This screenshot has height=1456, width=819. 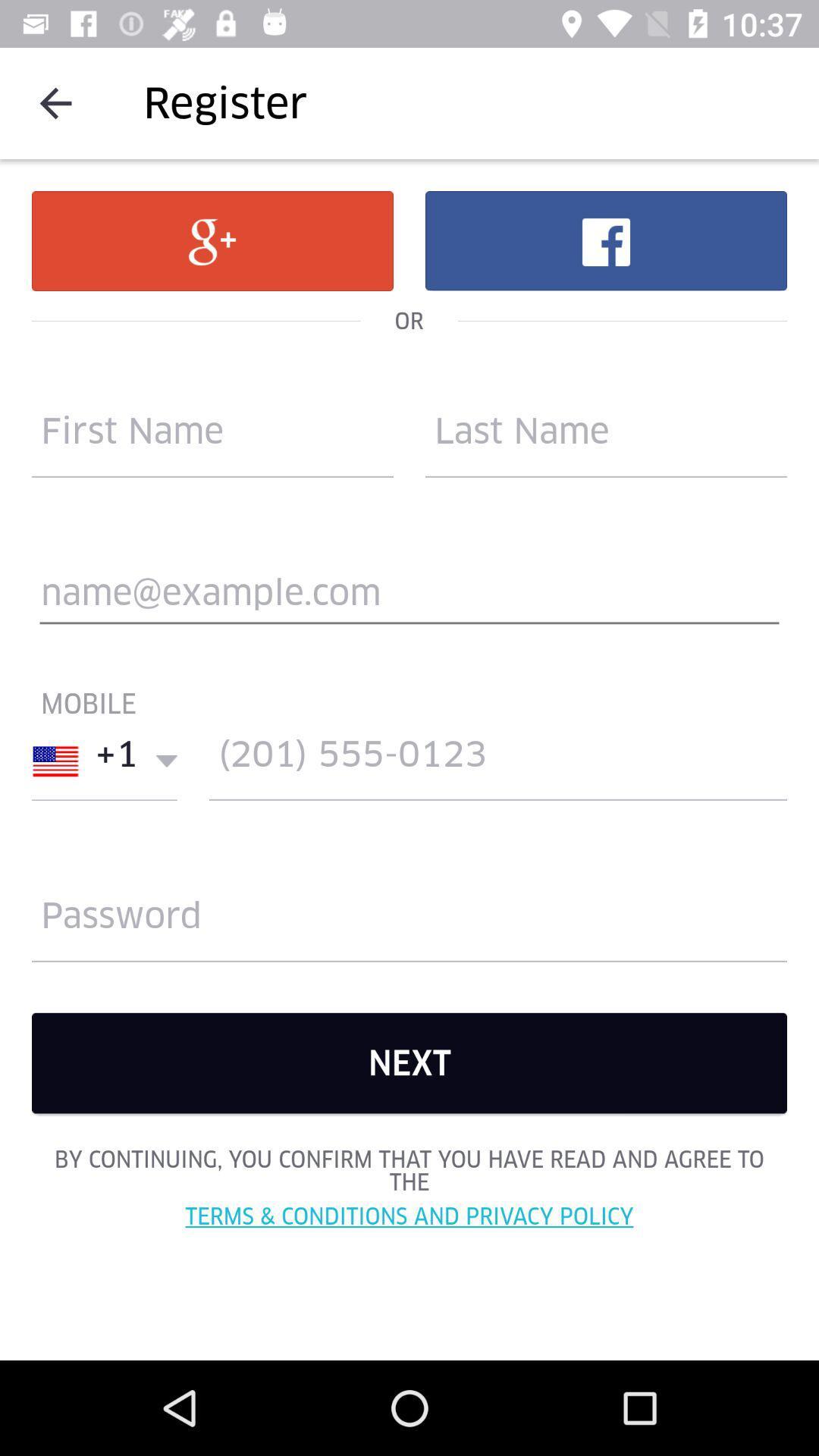 I want to click on the accouynt reate option, so click(x=212, y=438).